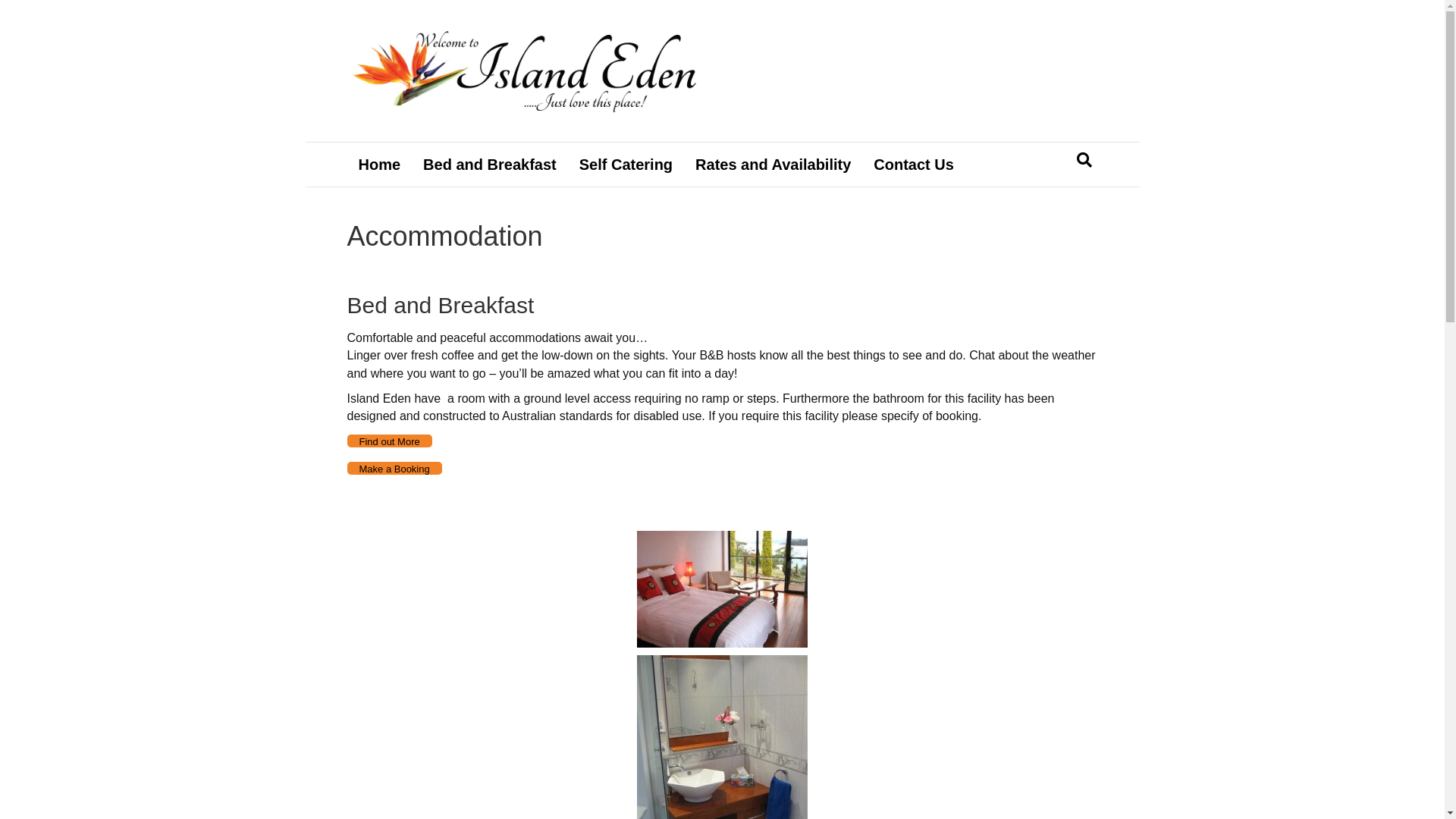  I want to click on 'Self Catering', so click(626, 164).